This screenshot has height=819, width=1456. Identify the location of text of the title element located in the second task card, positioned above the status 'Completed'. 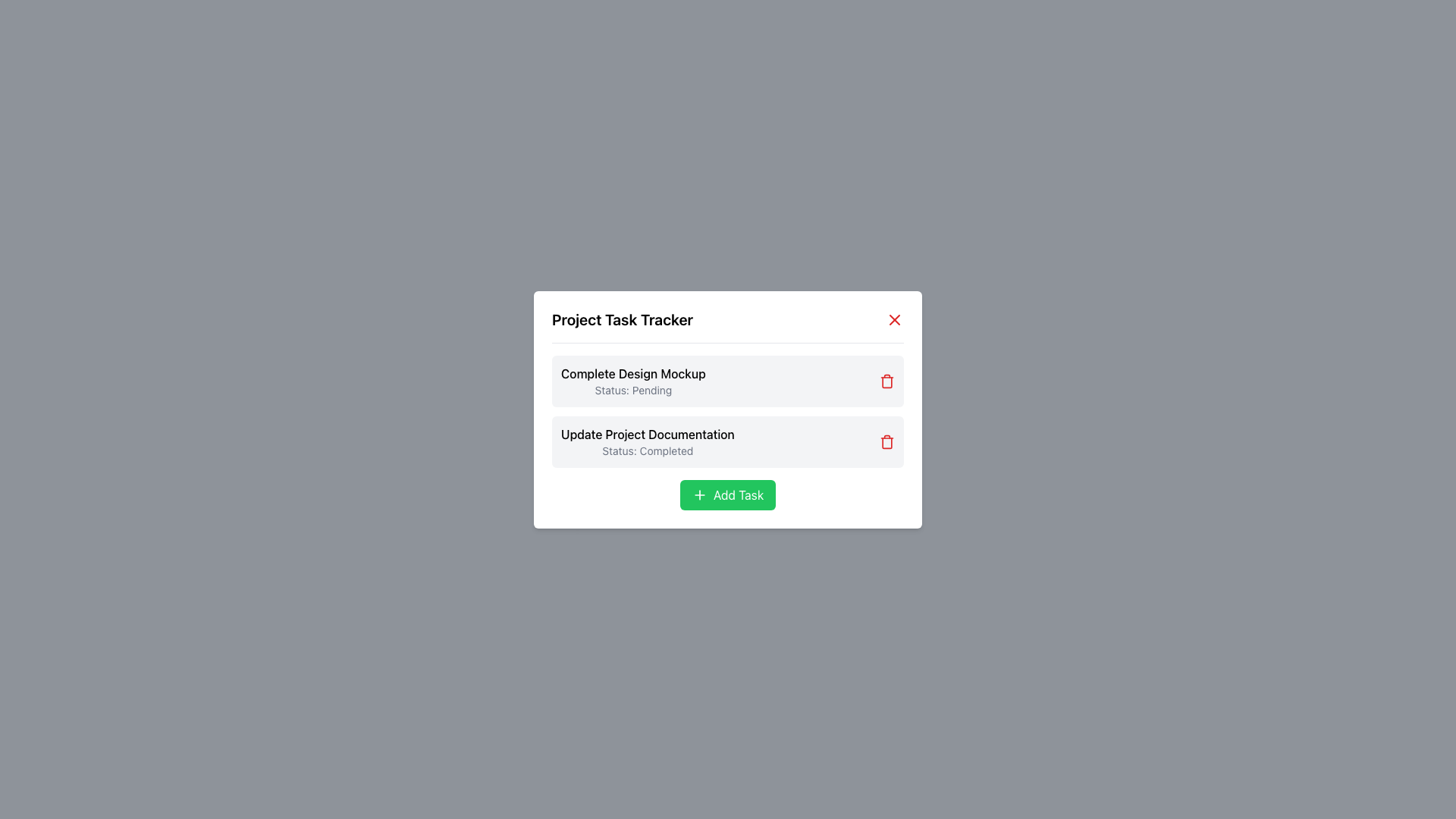
(648, 434).